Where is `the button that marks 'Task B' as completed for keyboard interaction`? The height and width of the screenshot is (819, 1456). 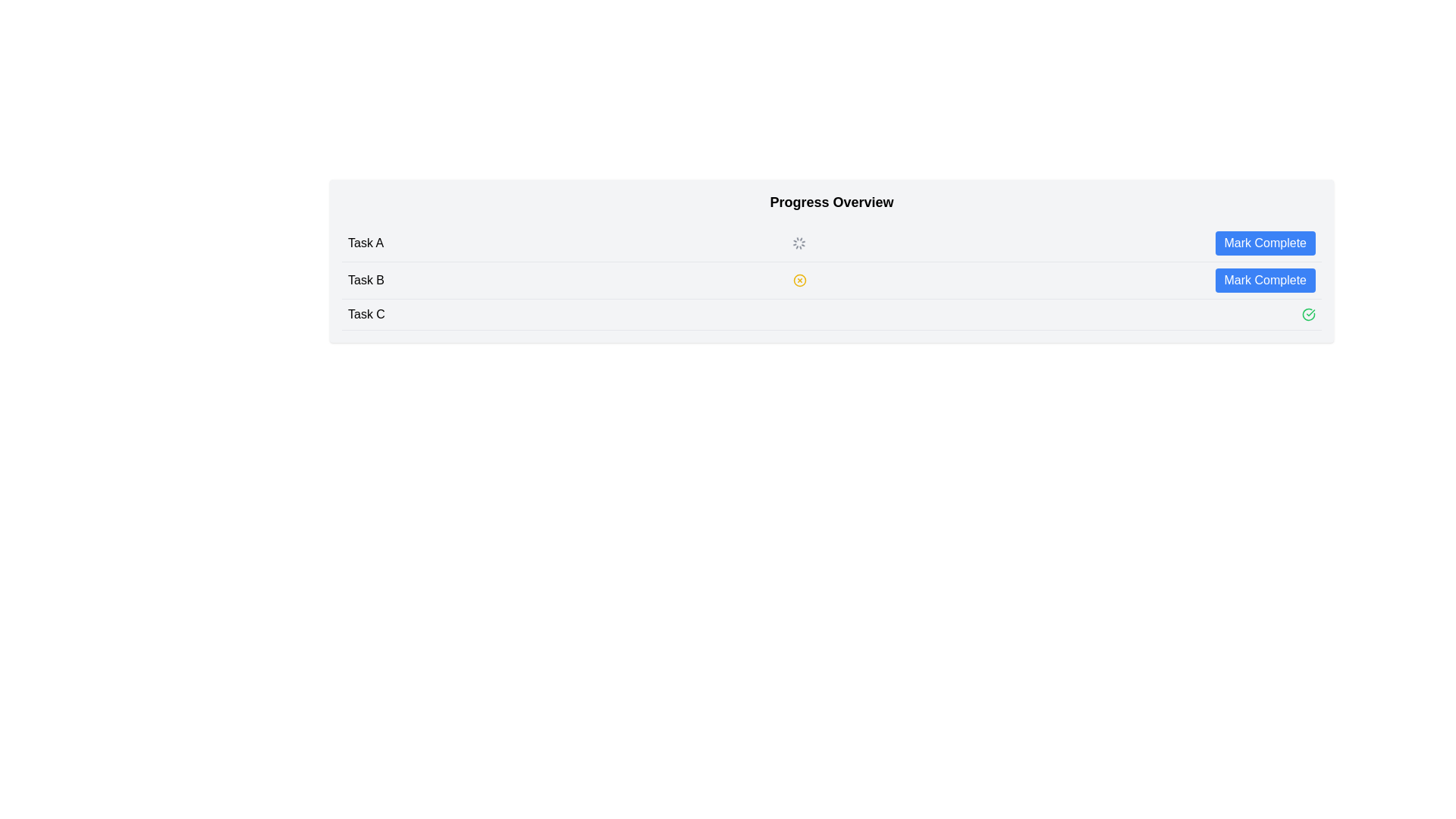
the button that marks 'Task B' as completed for keyboard interaction is located at coordinates (1265, 281).